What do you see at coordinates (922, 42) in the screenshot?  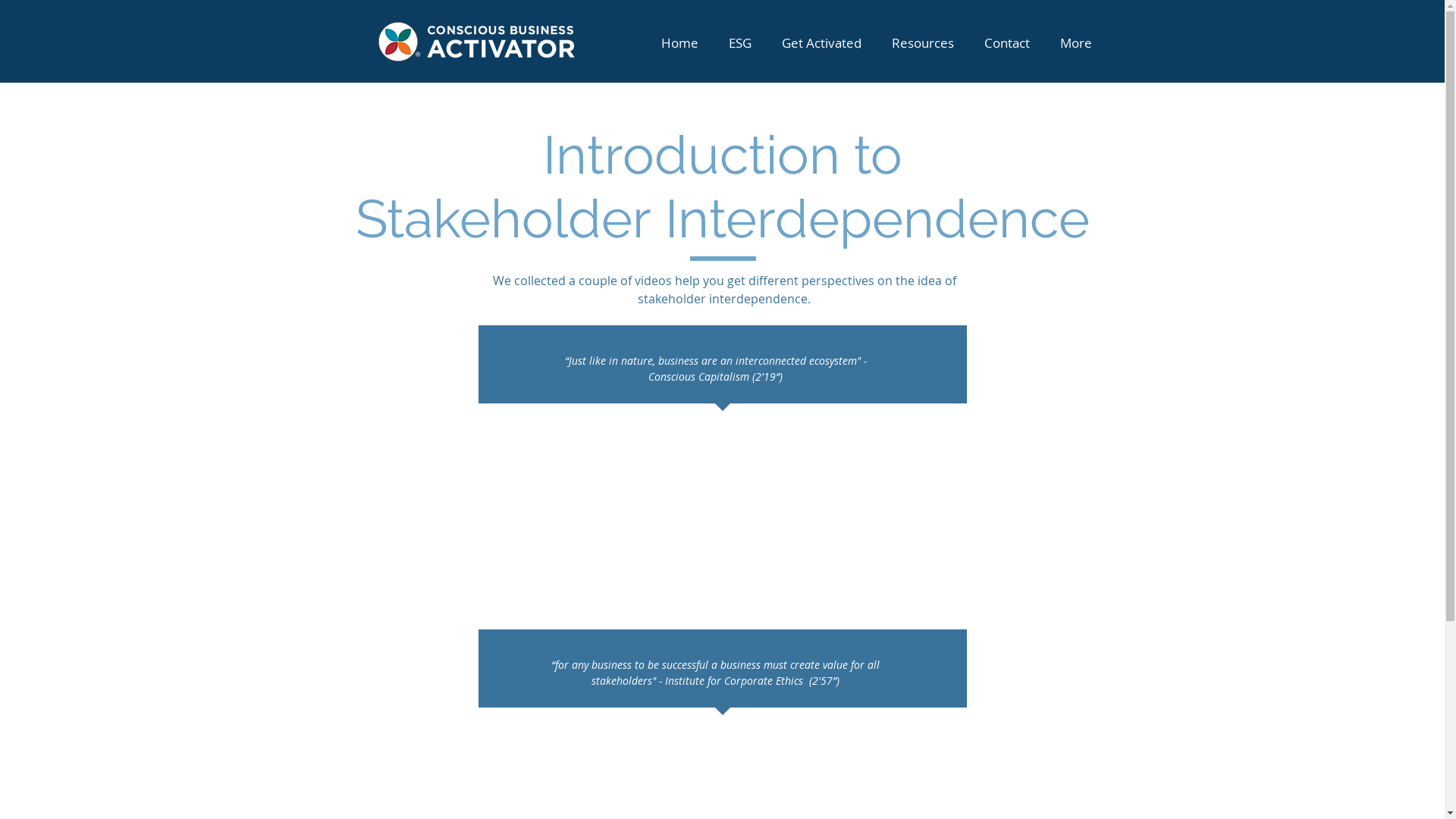 I see `'Resources'` at bounding box center [922, 42].